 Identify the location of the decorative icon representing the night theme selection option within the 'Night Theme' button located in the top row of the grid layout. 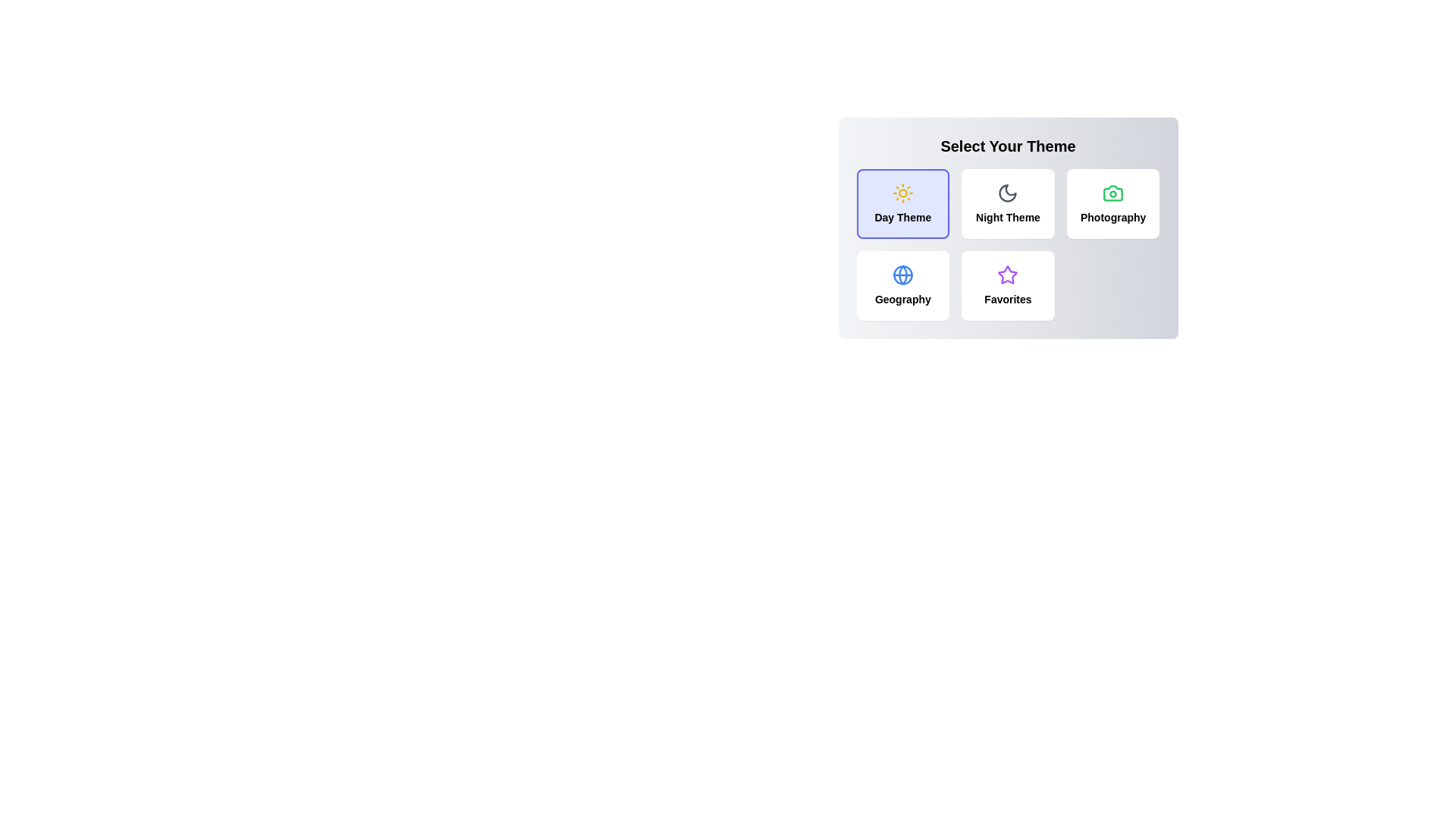
(1008, 192).